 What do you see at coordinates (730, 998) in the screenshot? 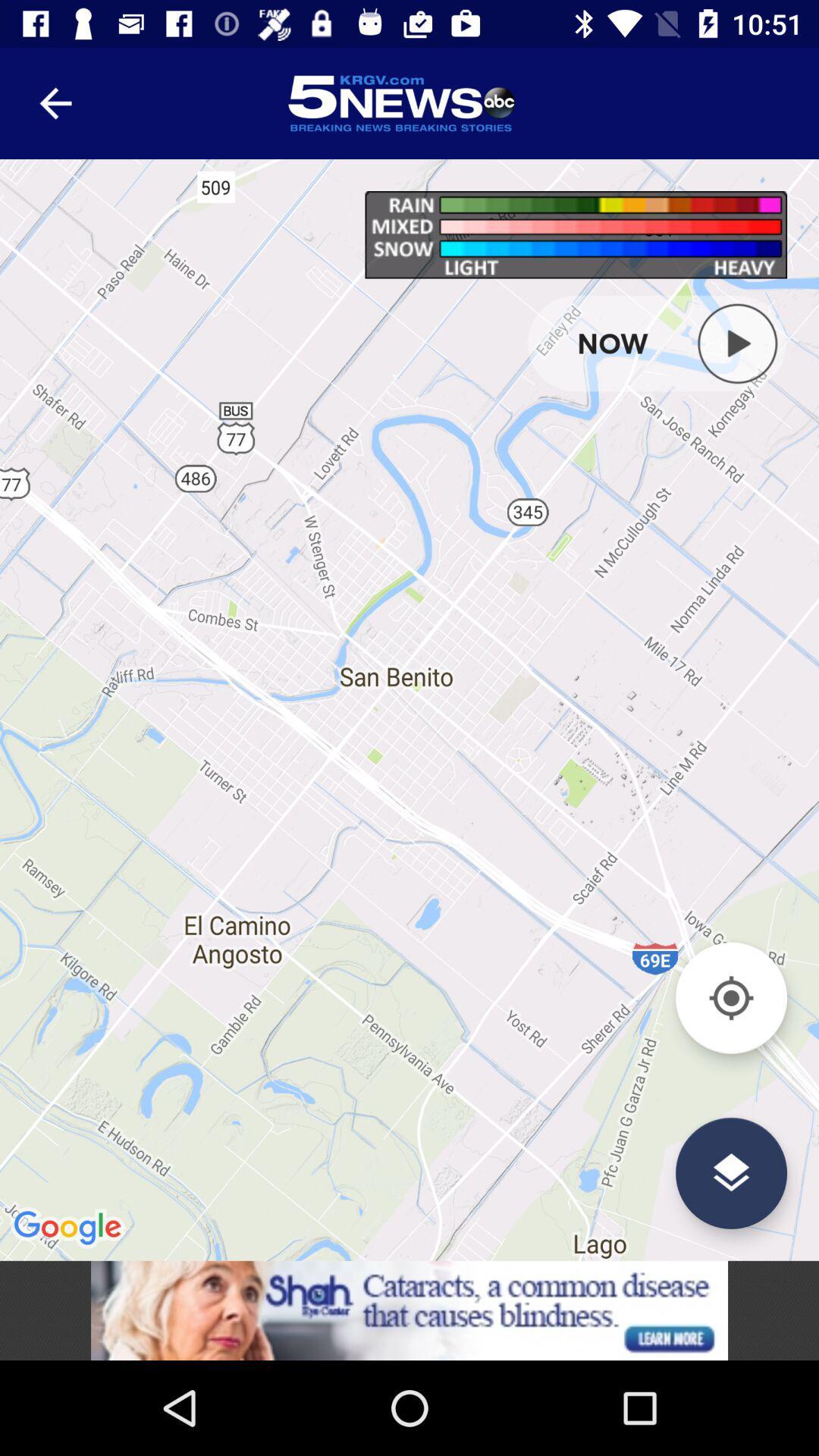
I see `the location_crosshair icon` at bounding box center [730, 998].